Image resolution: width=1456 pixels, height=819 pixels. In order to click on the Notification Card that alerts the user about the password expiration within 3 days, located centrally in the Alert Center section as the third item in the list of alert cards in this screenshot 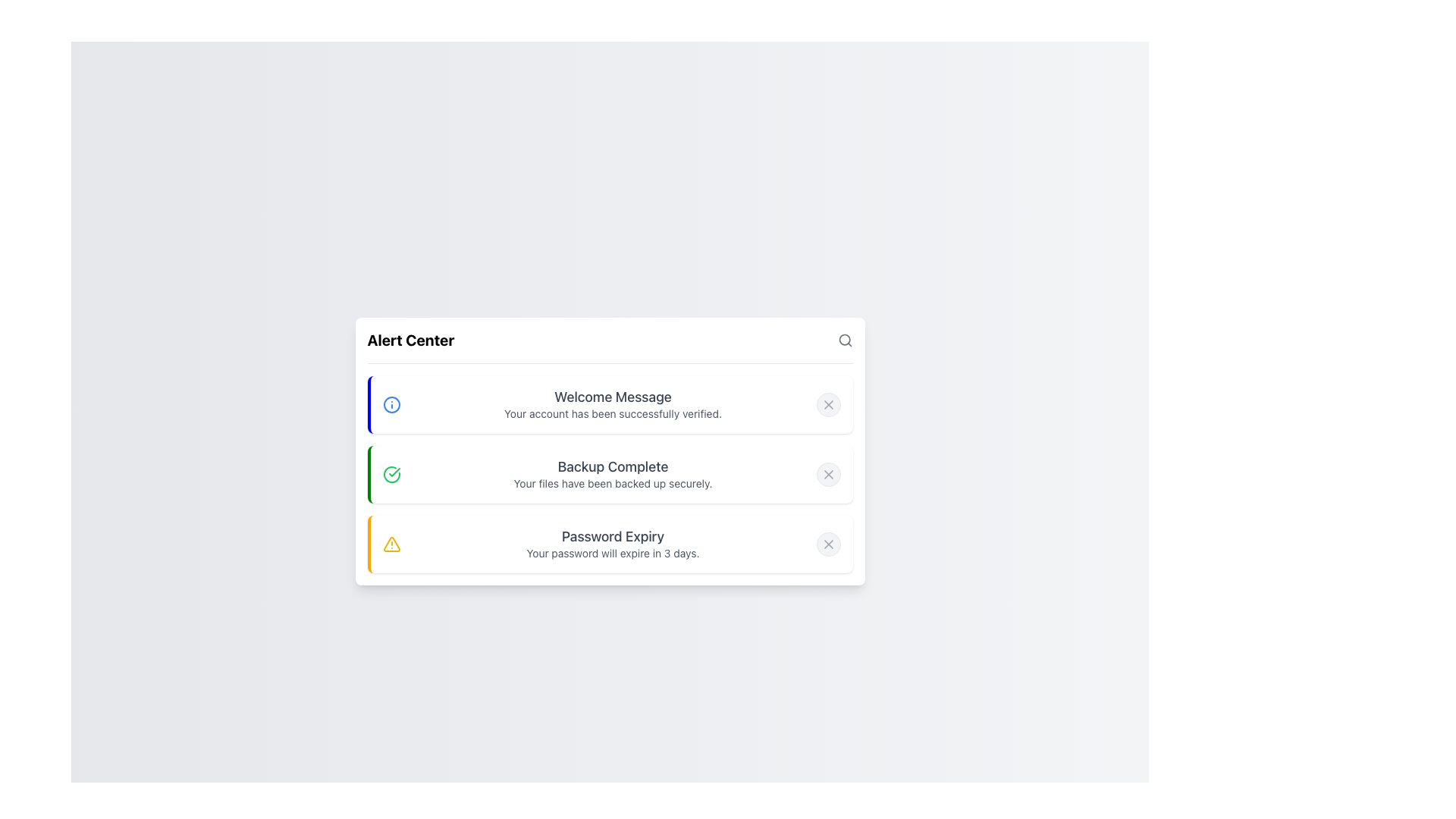, I will do `click(610, 543)`.